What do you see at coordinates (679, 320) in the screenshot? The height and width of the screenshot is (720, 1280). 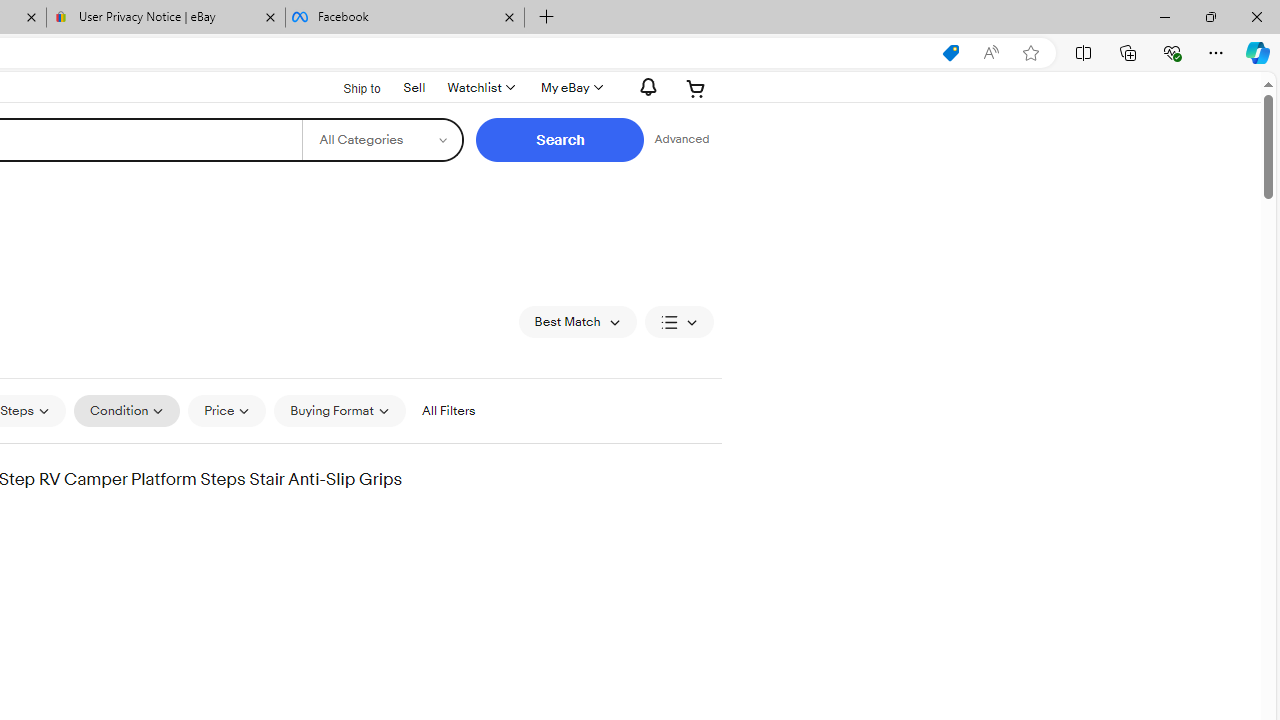 I see `'View: List View'` at bounding box center [679, 320].